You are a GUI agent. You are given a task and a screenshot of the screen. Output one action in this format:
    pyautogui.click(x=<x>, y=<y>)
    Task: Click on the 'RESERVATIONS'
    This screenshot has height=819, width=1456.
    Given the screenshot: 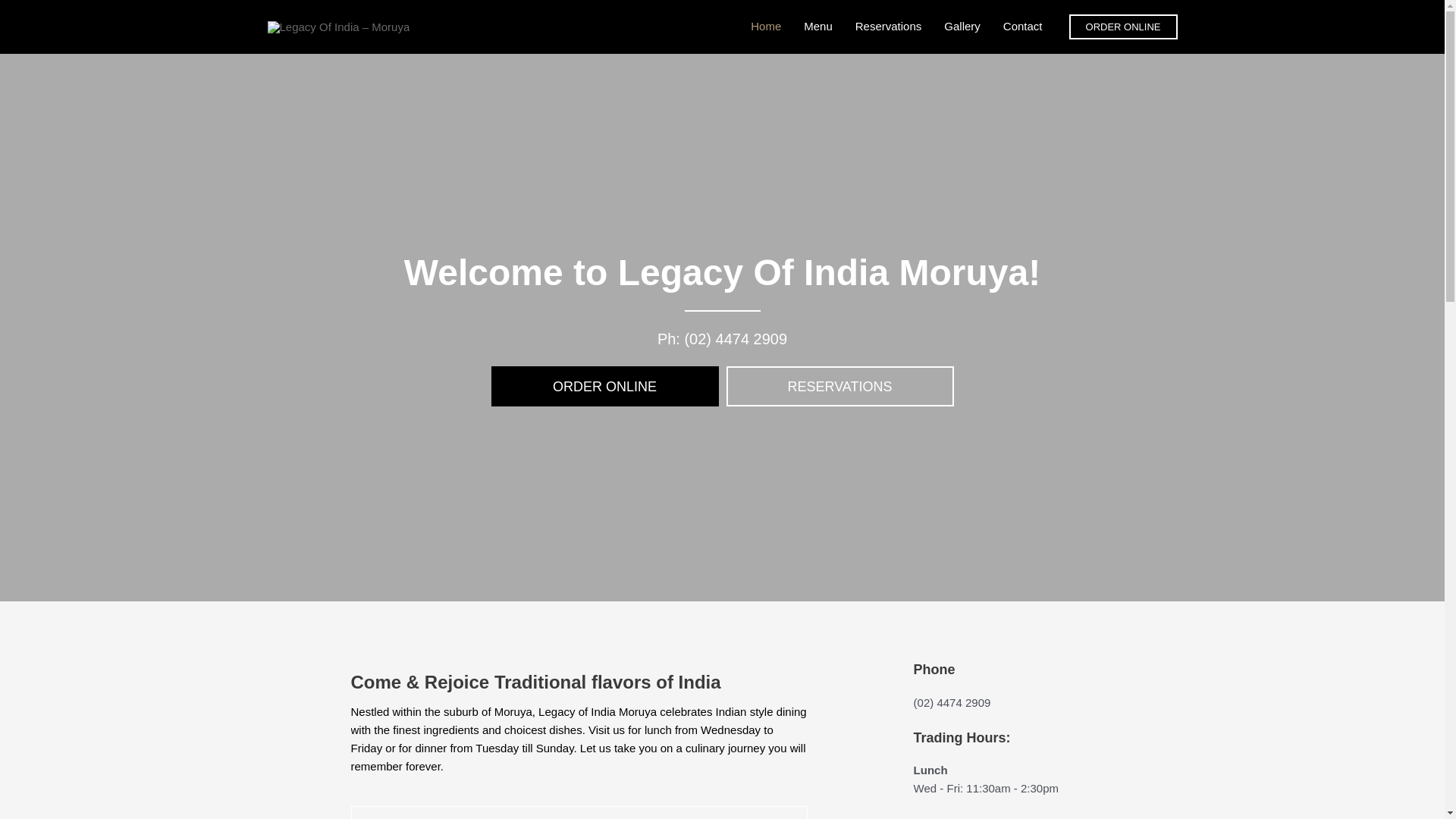 What is the action you would take?
    pyautogui.click(x=839, y=385)
    